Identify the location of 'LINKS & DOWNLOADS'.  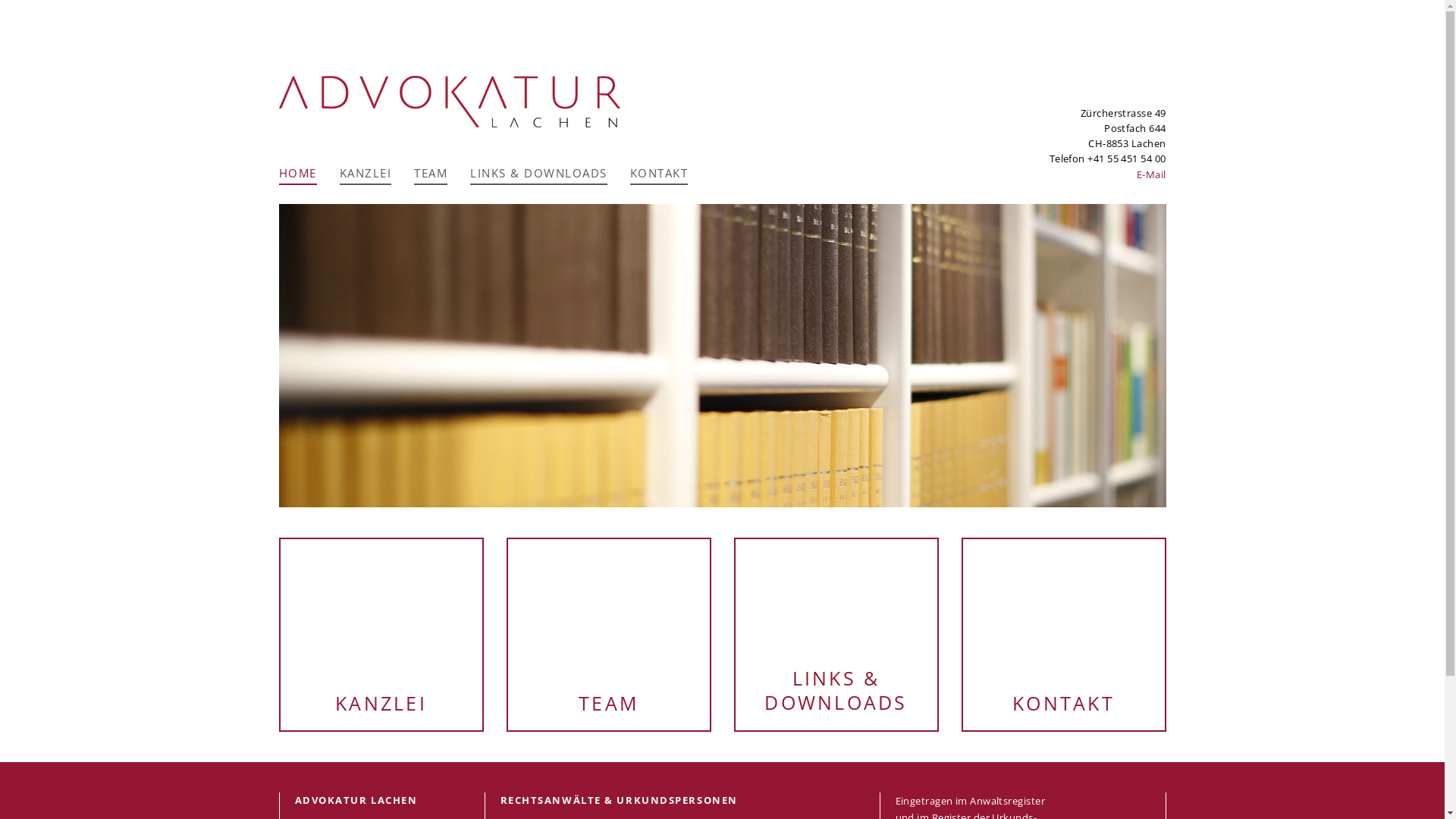
(538, 174).